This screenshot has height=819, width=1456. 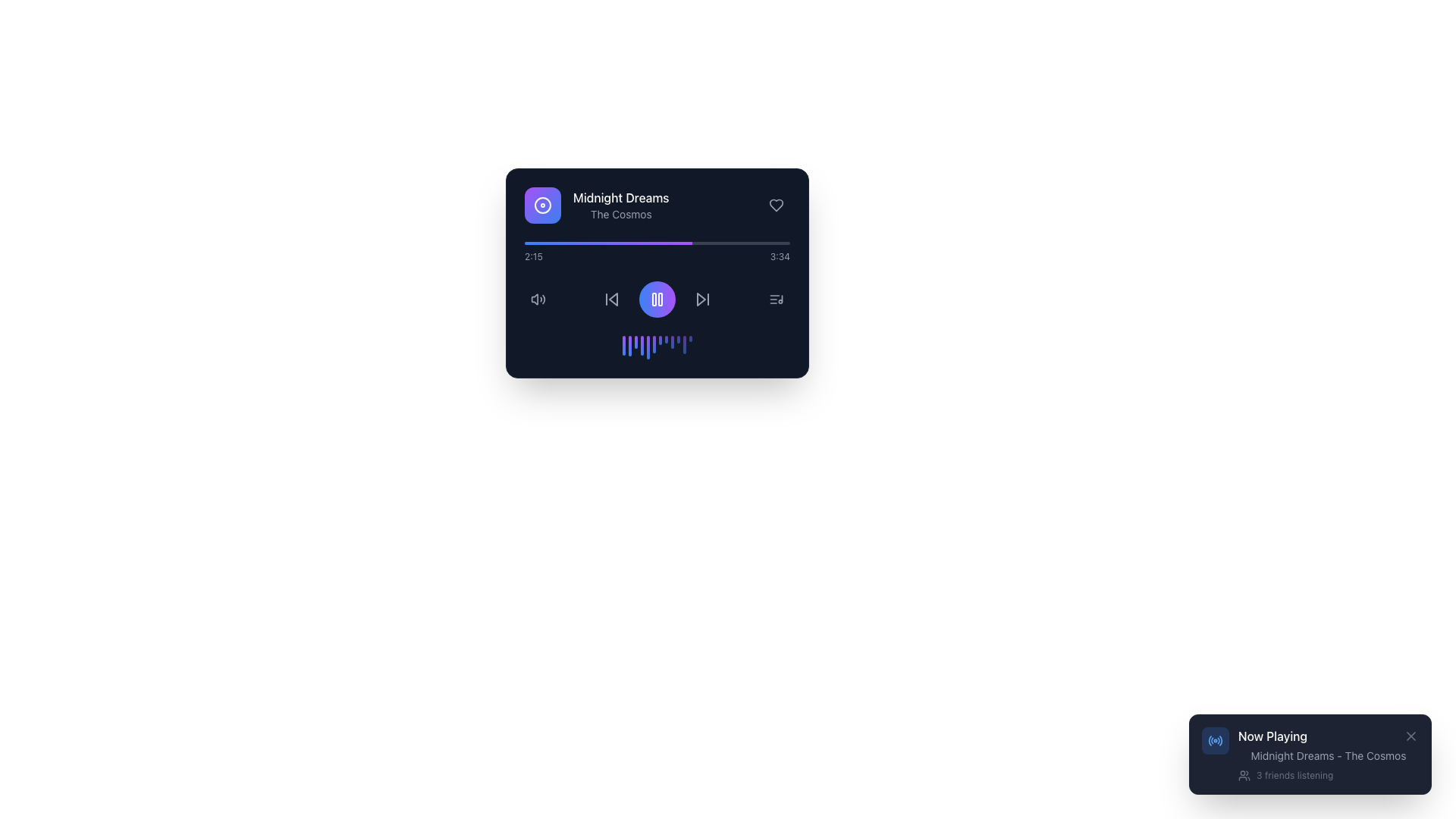 I want to click on the 'like' button located in the top right corner of the music player interface to mark 'Midnight Dreams - The Cosmos' as a favorite, so click(x=776, y=205).